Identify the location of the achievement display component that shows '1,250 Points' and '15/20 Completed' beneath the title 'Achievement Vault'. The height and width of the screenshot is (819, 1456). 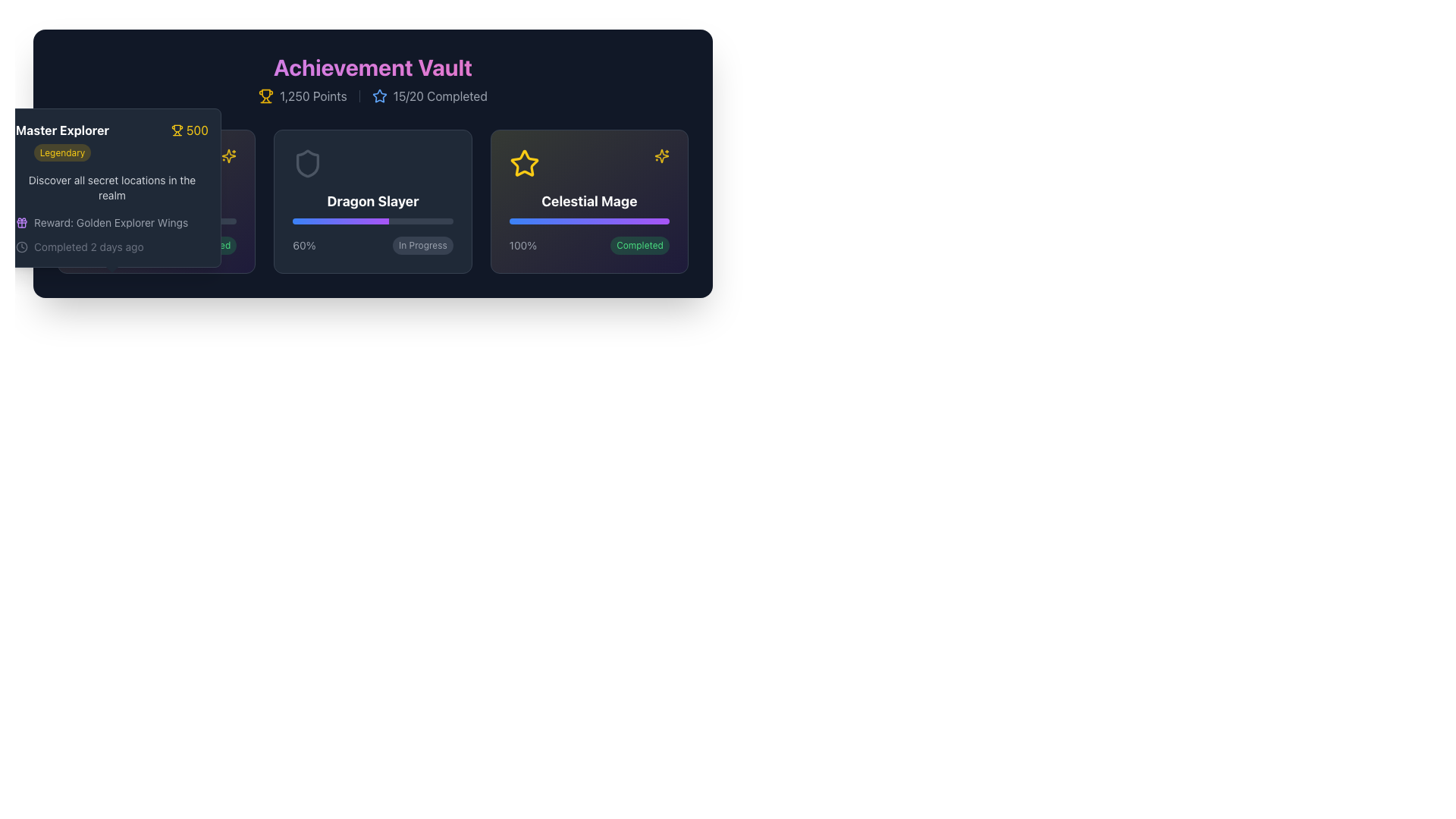
(372, 96).